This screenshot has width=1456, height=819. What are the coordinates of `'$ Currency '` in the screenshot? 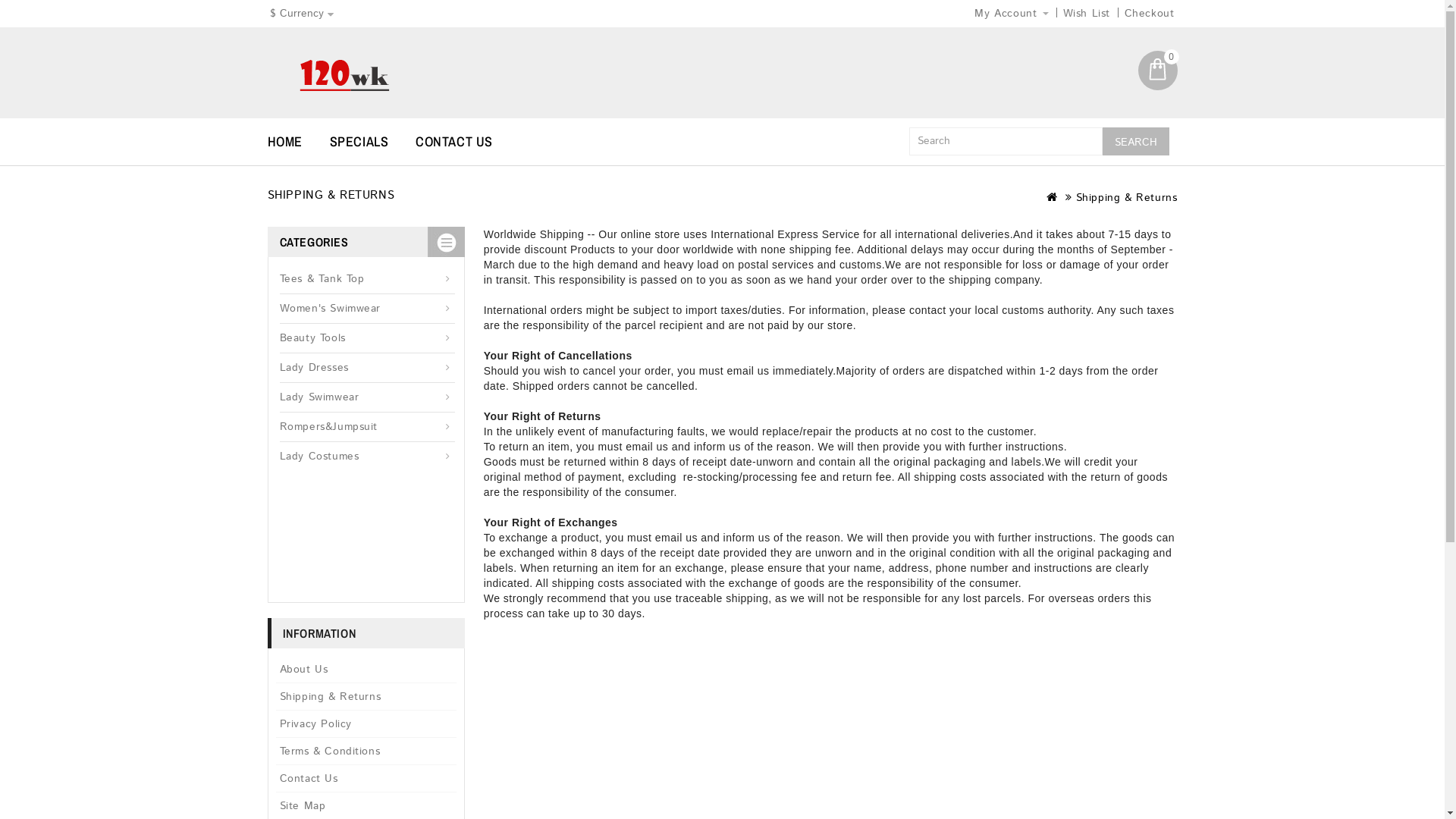 It's located at (301, 14).